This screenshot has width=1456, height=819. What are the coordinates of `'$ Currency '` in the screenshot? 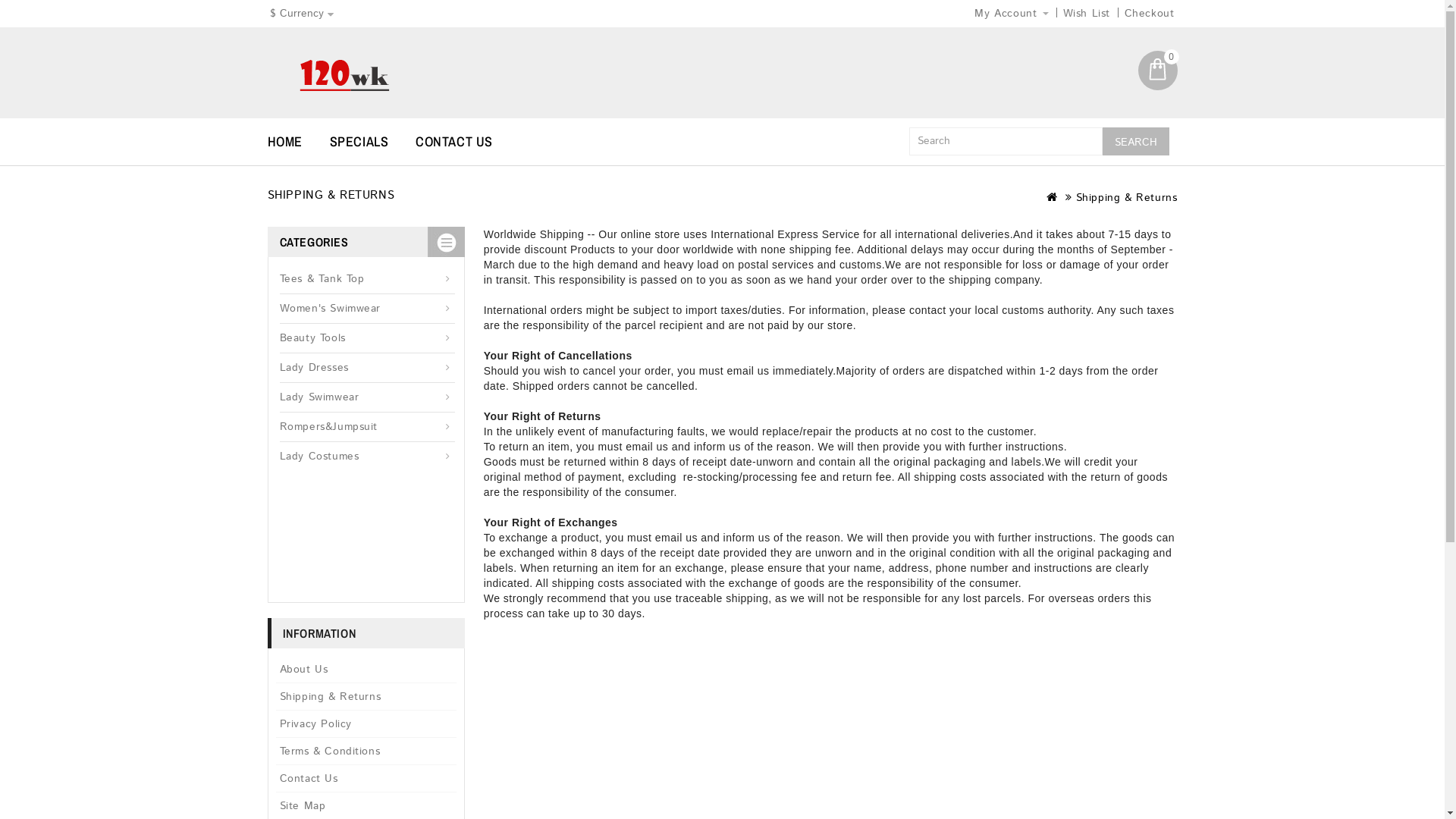 It's located at (301, 14).